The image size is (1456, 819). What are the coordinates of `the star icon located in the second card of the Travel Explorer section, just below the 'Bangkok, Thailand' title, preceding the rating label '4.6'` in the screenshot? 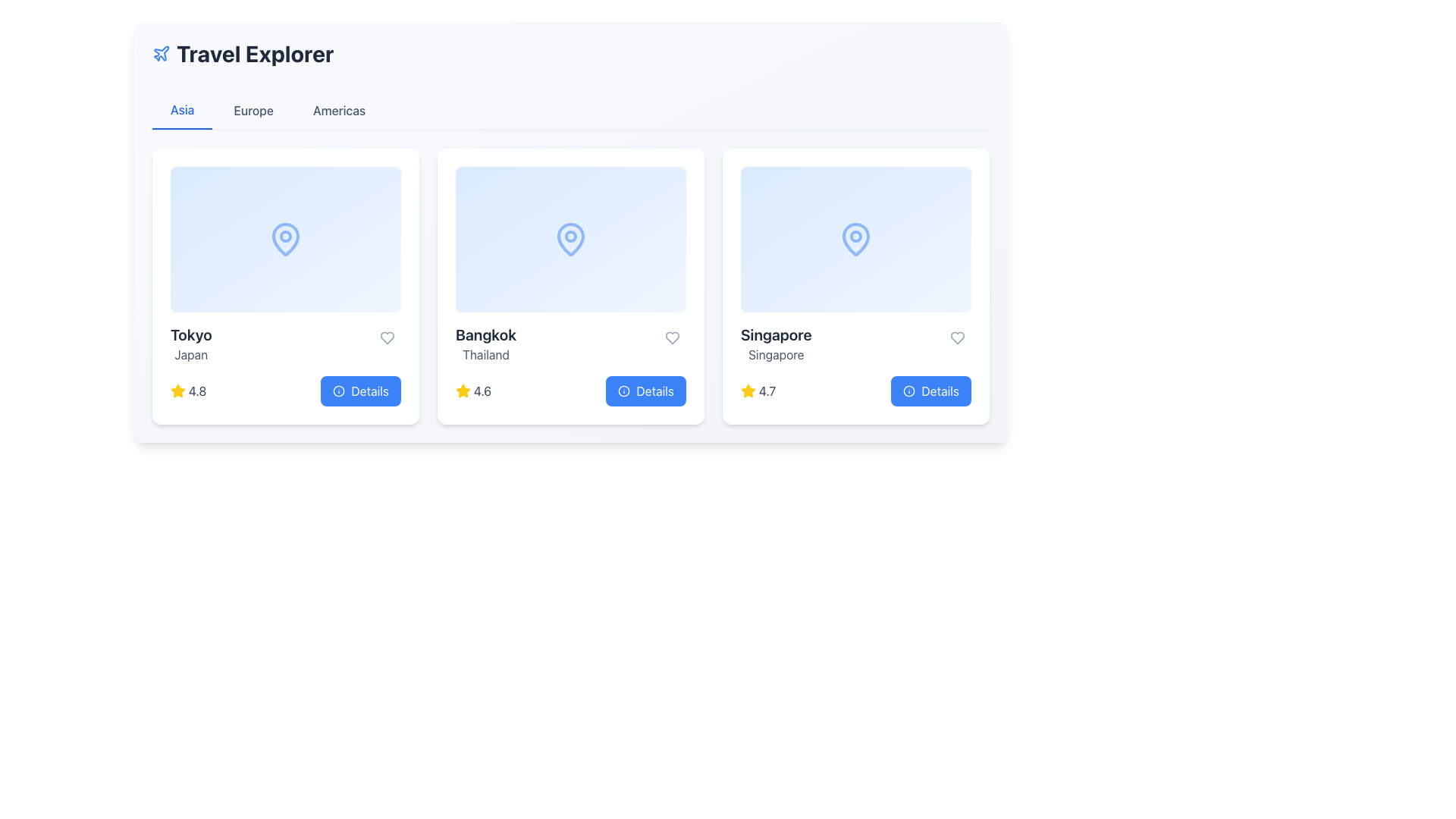 It's located at (462, 391).